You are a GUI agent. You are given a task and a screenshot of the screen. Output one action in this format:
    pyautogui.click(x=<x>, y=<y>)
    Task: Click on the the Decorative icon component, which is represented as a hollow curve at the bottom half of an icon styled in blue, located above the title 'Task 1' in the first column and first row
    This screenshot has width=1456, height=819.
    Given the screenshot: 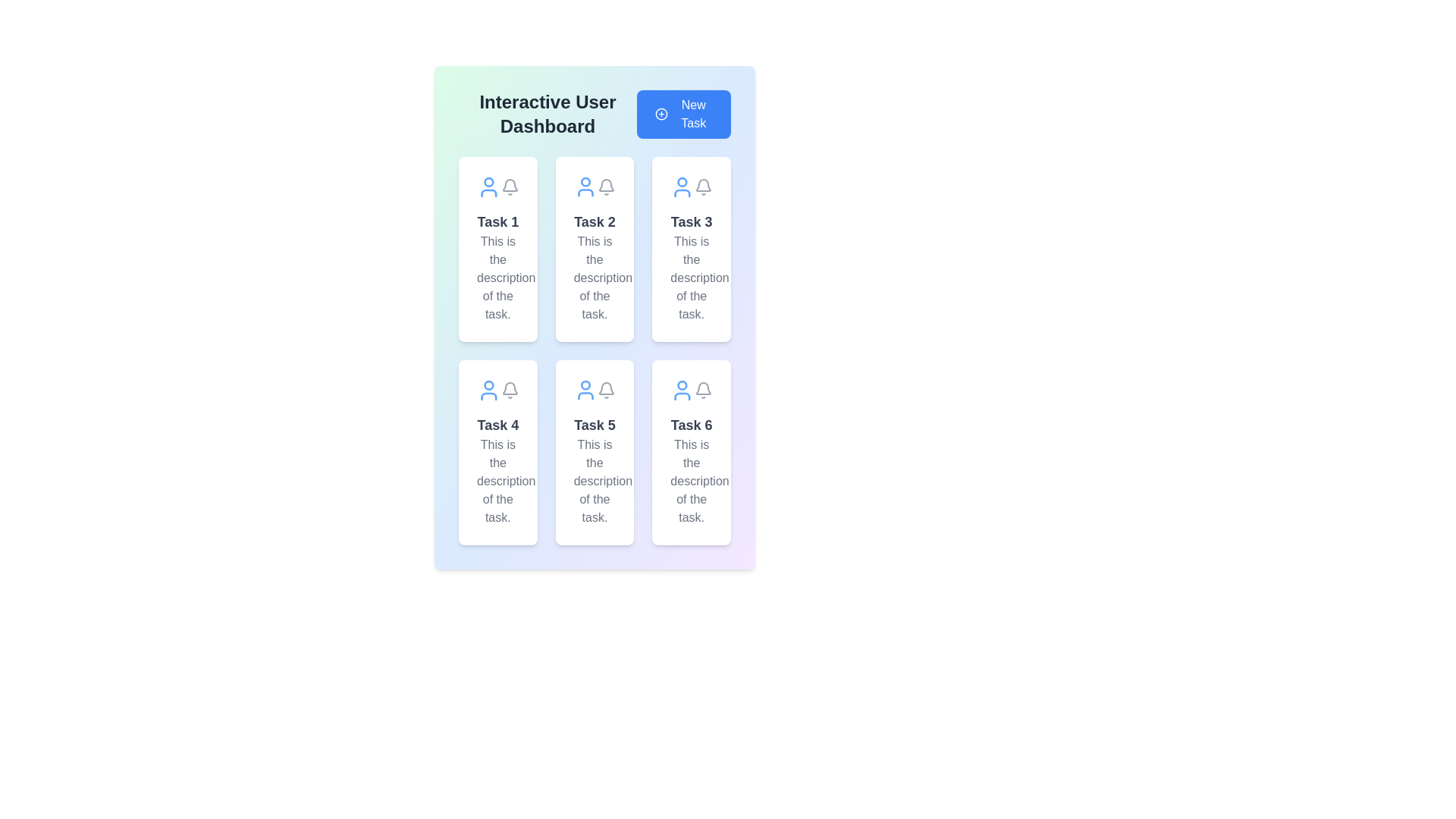 What is the action you would take?
    pyautogui.click(x=488, y=192)
    